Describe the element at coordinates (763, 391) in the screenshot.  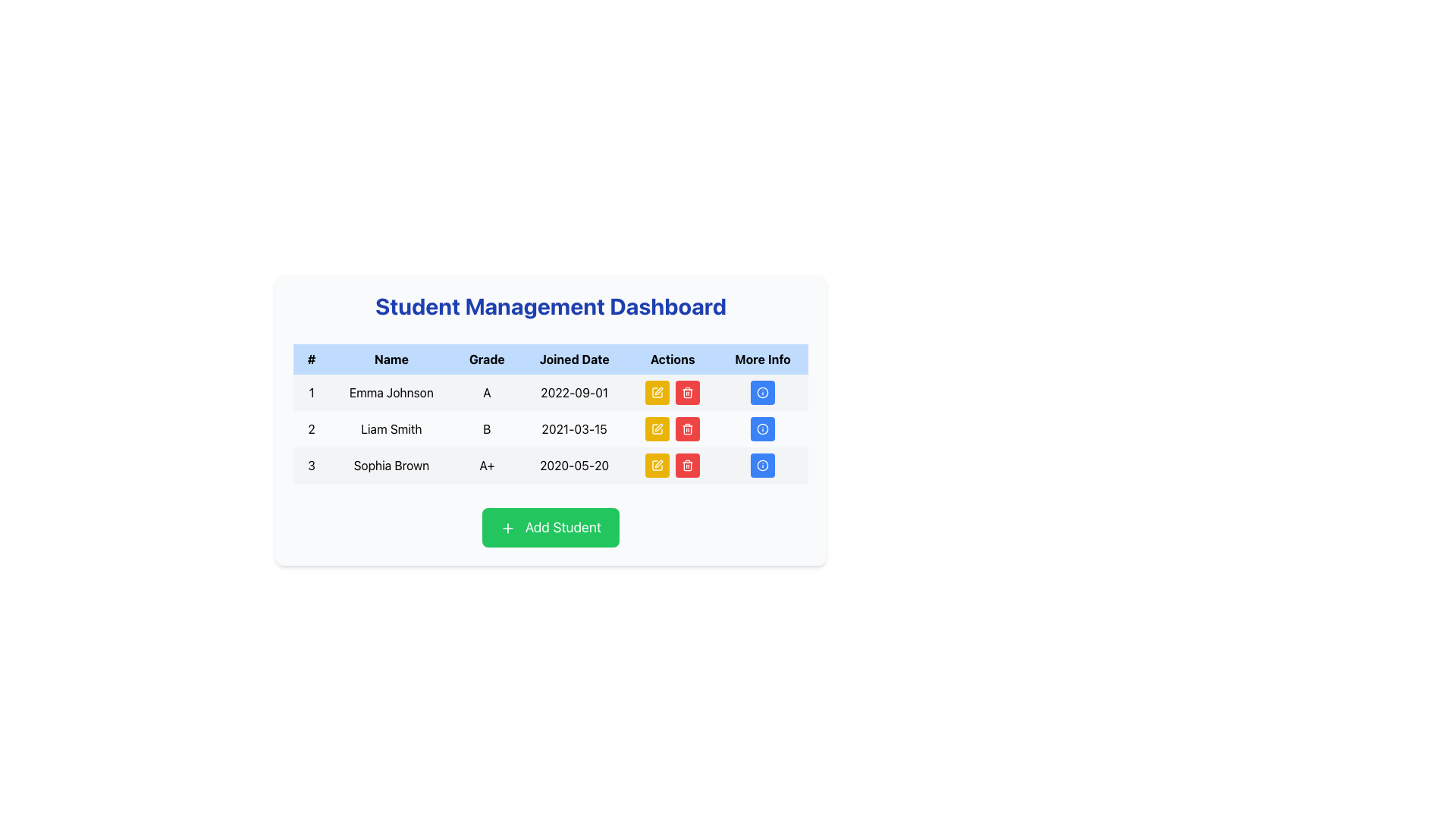
I see `the circular blue button with a white outline and information icon in the 'More Info' column of the first row in the student data table` at that location.